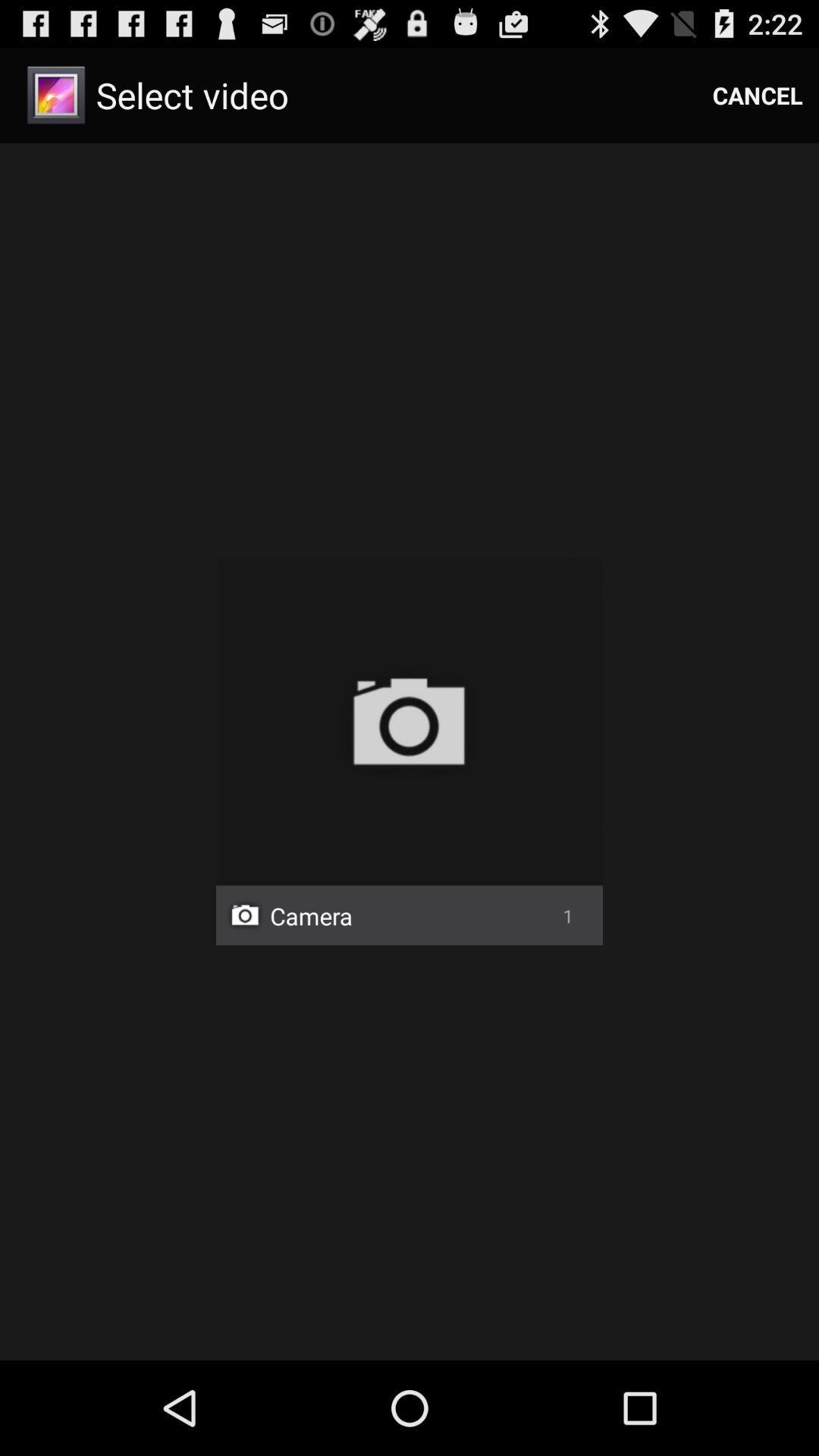 The image size is (819, 1456). I want to click on cancel icon, so click(758, 94).